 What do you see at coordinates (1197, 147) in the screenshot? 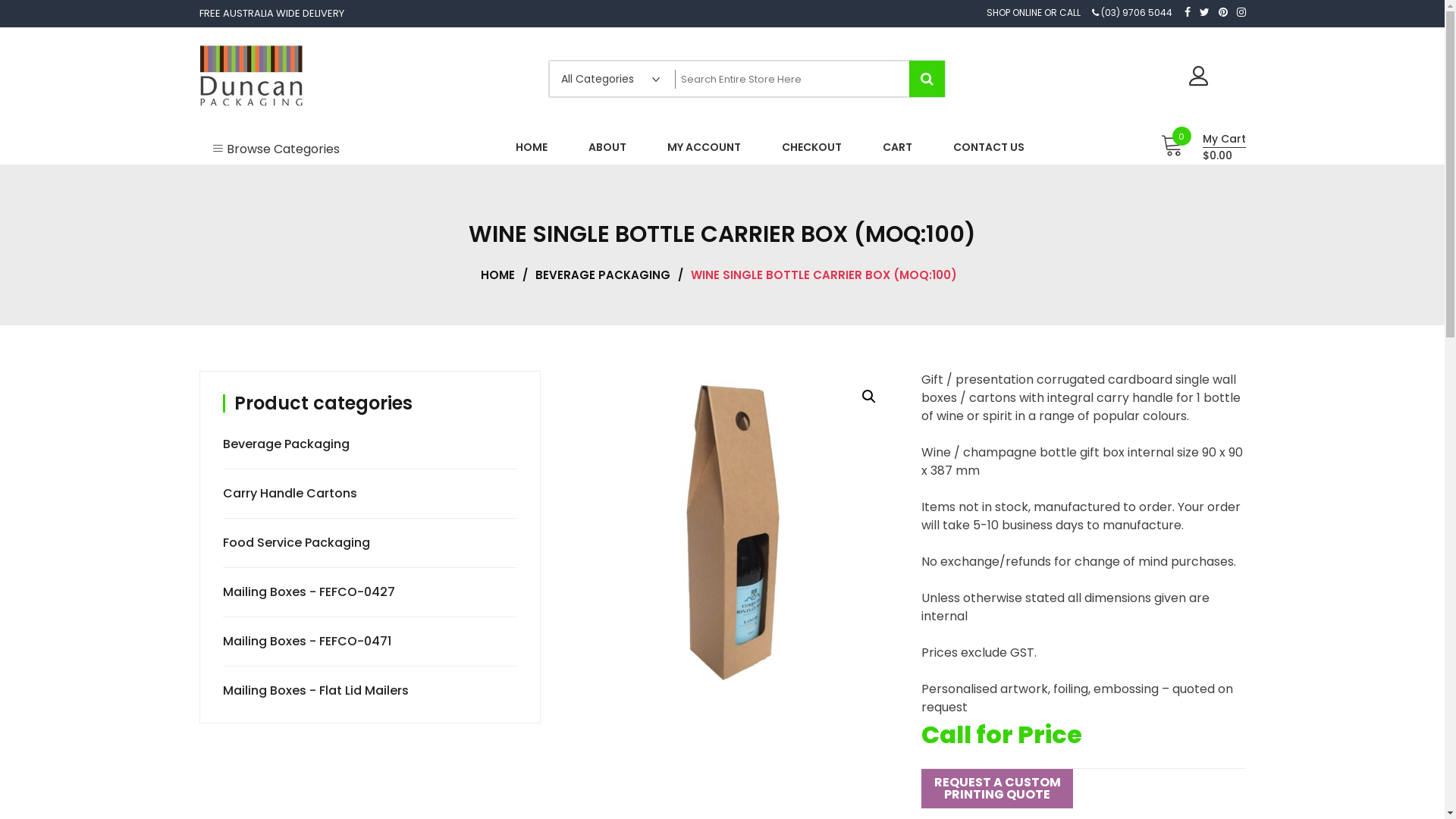
I see `'0` at bounding box center [1197, 147].